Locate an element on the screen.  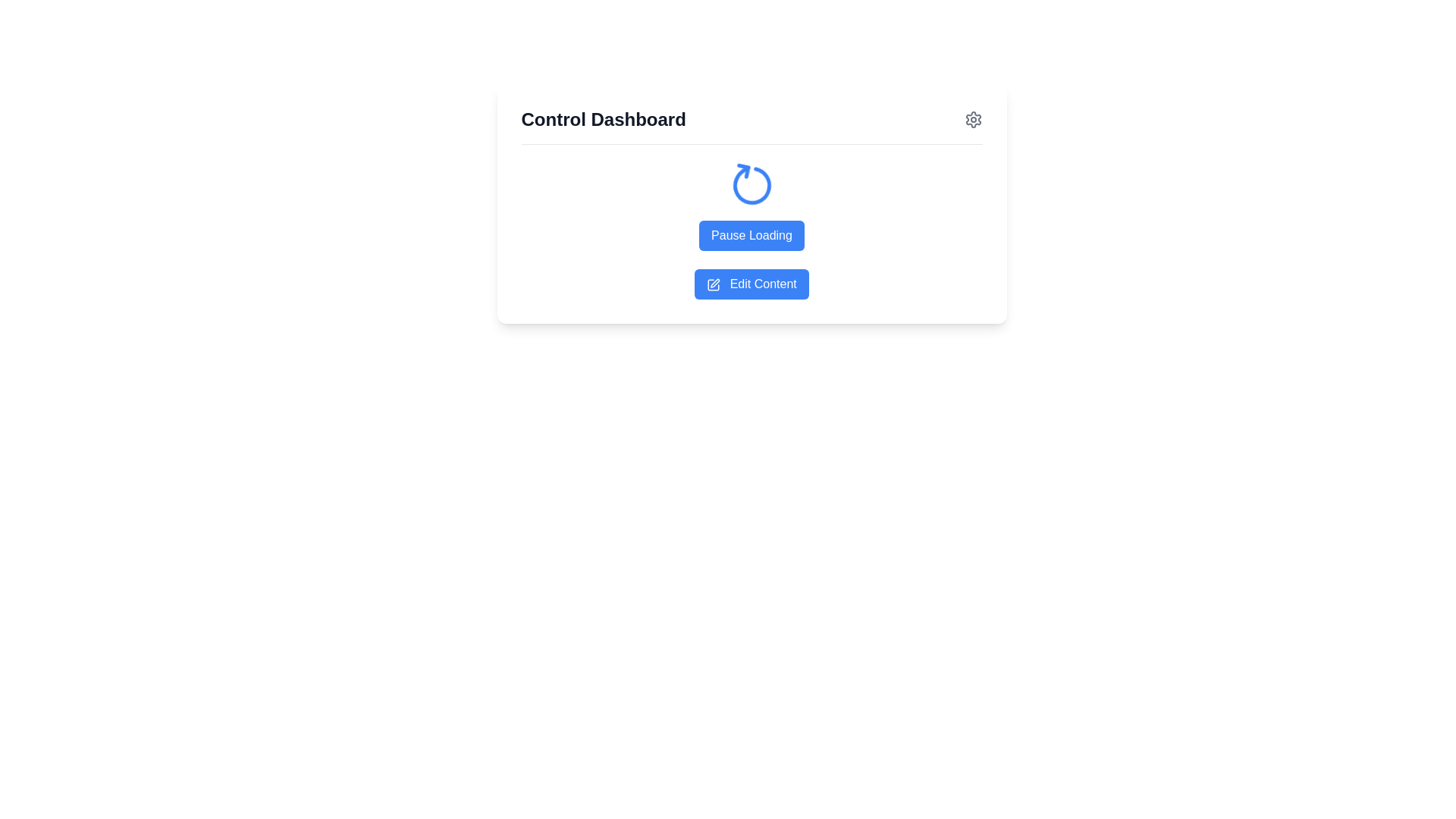
the small square pen tool icon with a blue background, located to the left of the 'Edit Content' button is located at coordinates (713, 284).